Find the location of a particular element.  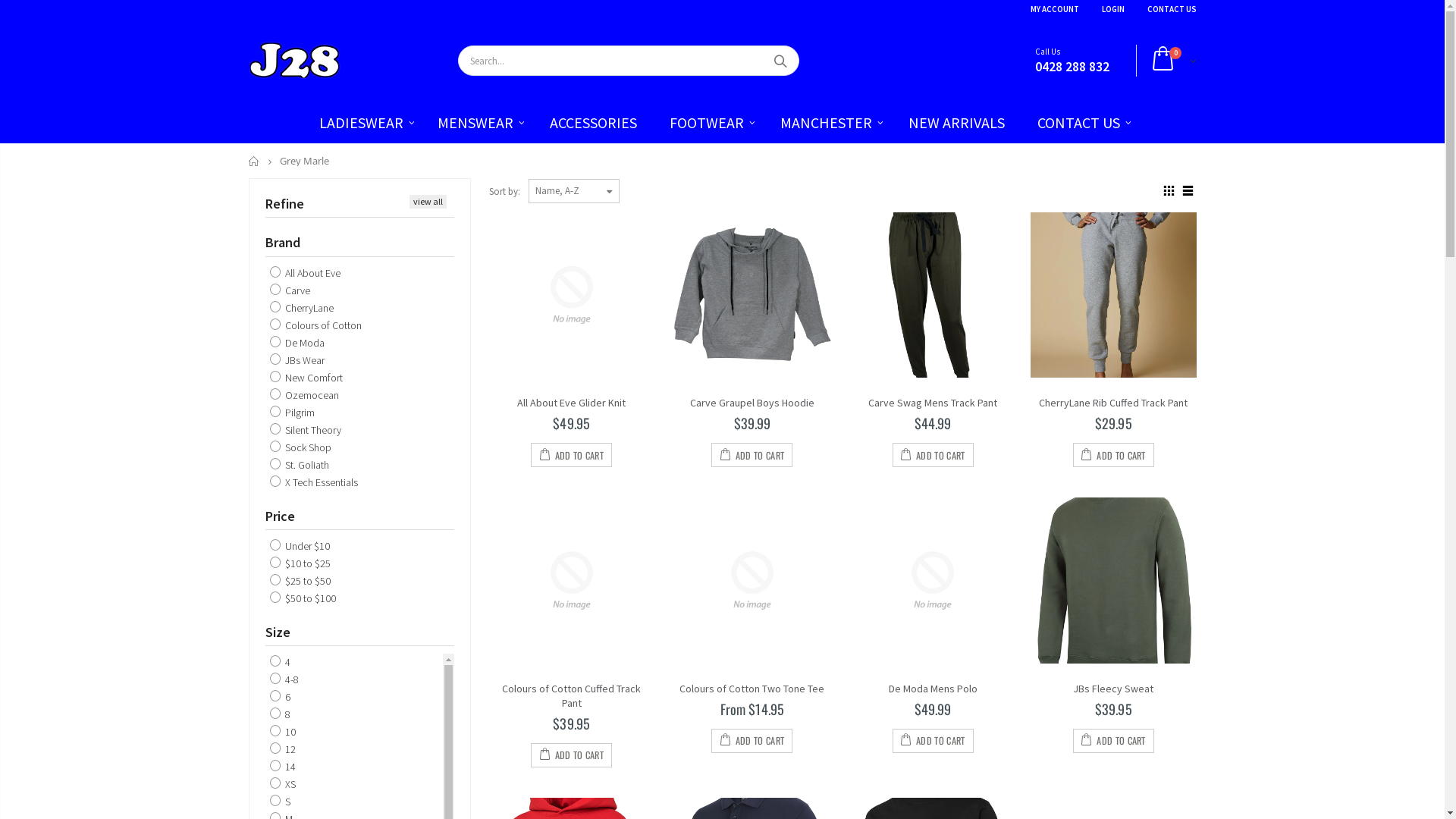

'$10 to $25' is located at coordinates (300, 563).